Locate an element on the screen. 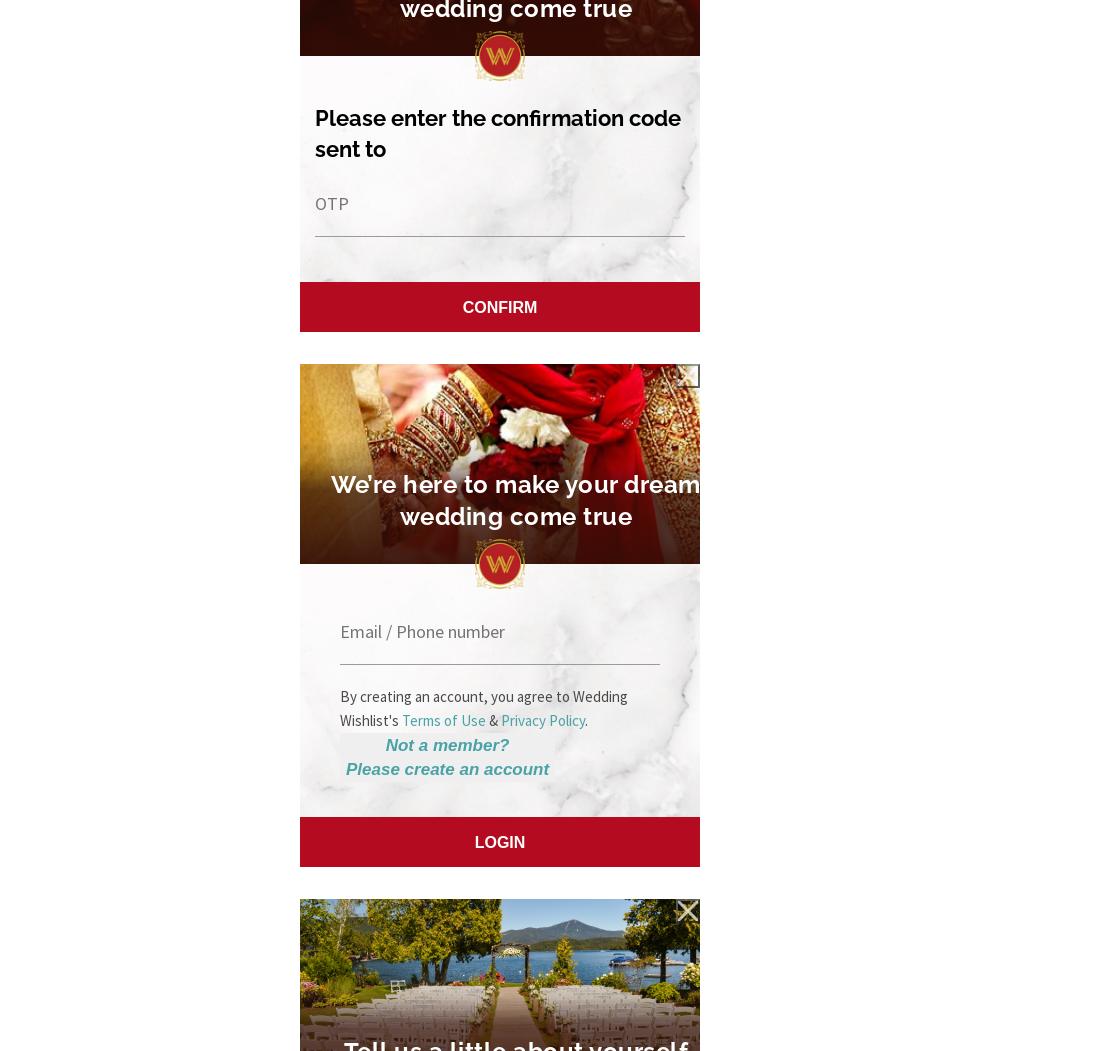 This screenshot has height=1051, width=1113. 'Privacy Policy' is located at coordinates (543, 718).